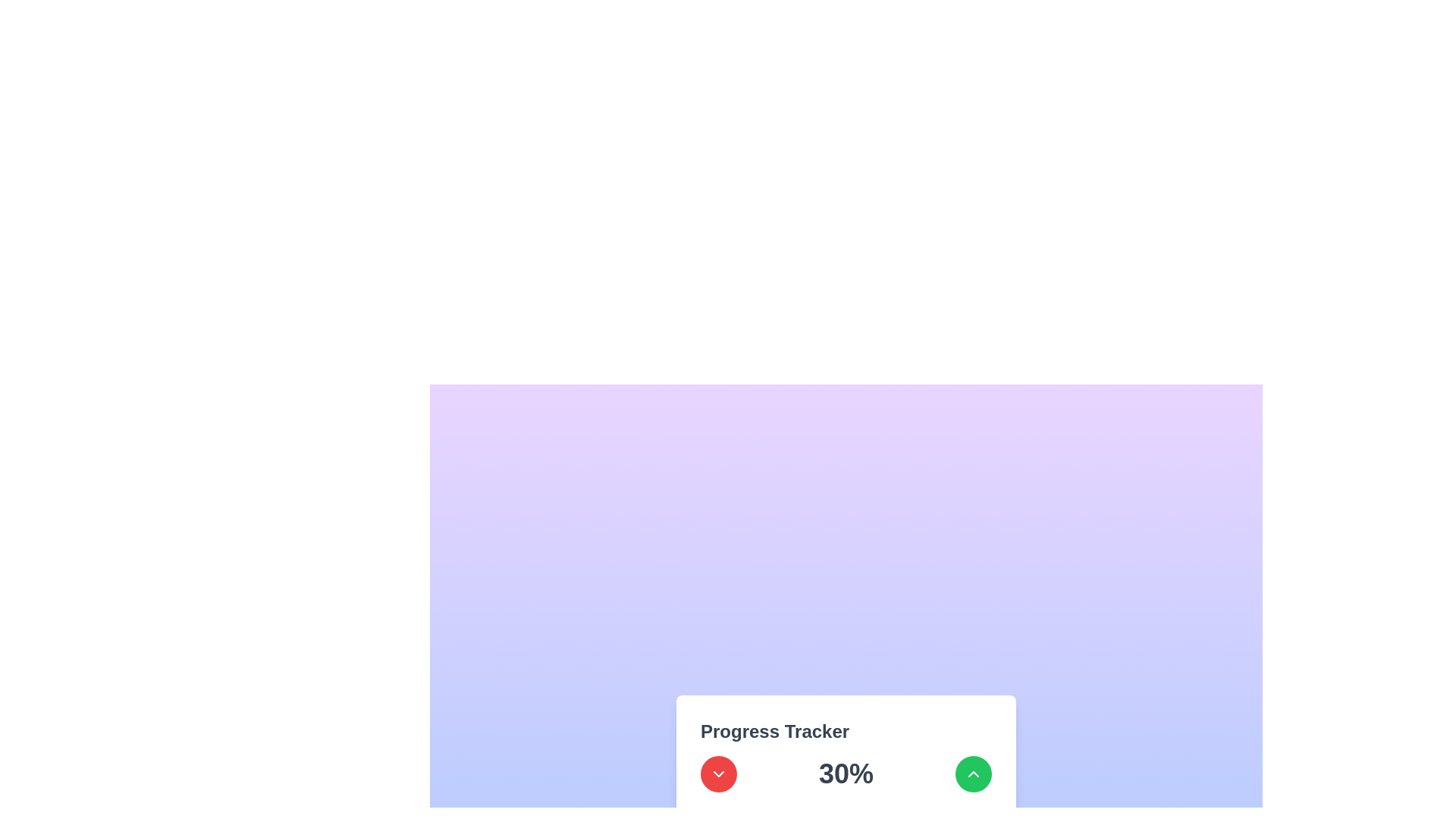 The width and height of the screenshot is (1456, 819). Describe the element at coordinates (718, 774) in the screenshot. I see `the red circular button with white text and a downward chevron icon` at that location.